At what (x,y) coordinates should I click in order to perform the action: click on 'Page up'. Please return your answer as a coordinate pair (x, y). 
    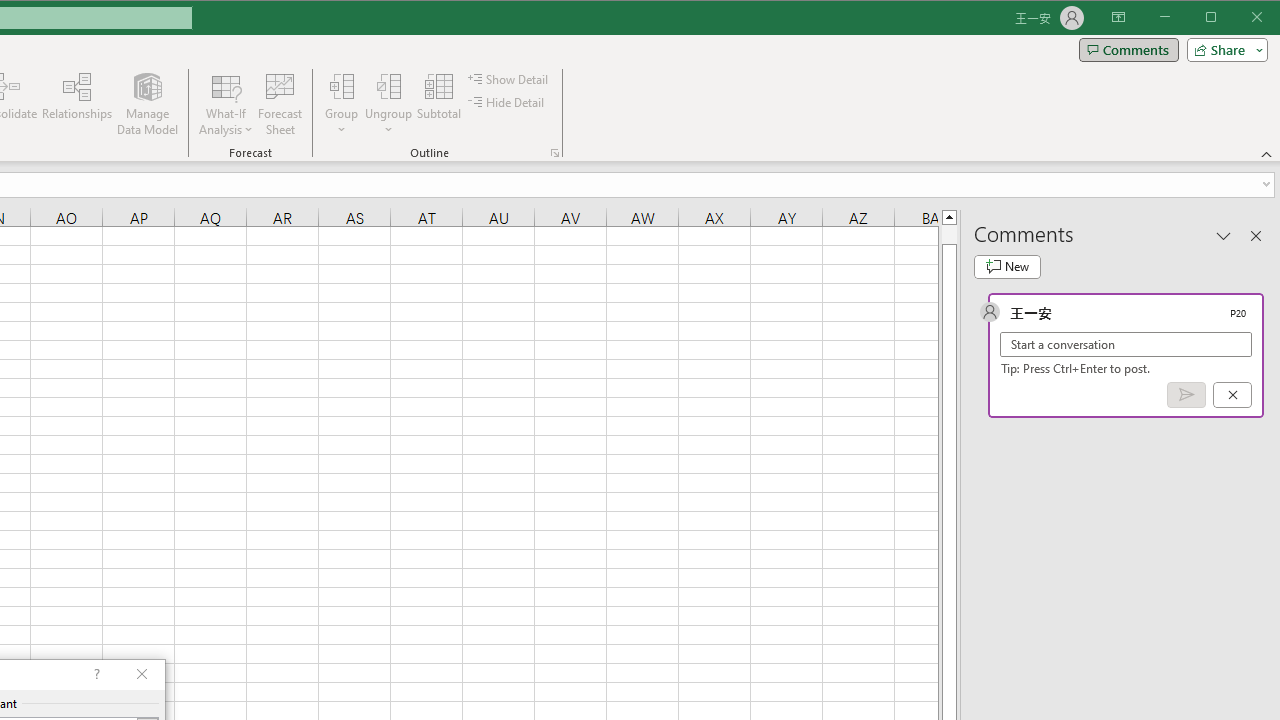
    Looking at the image, I should click on (948, 233).